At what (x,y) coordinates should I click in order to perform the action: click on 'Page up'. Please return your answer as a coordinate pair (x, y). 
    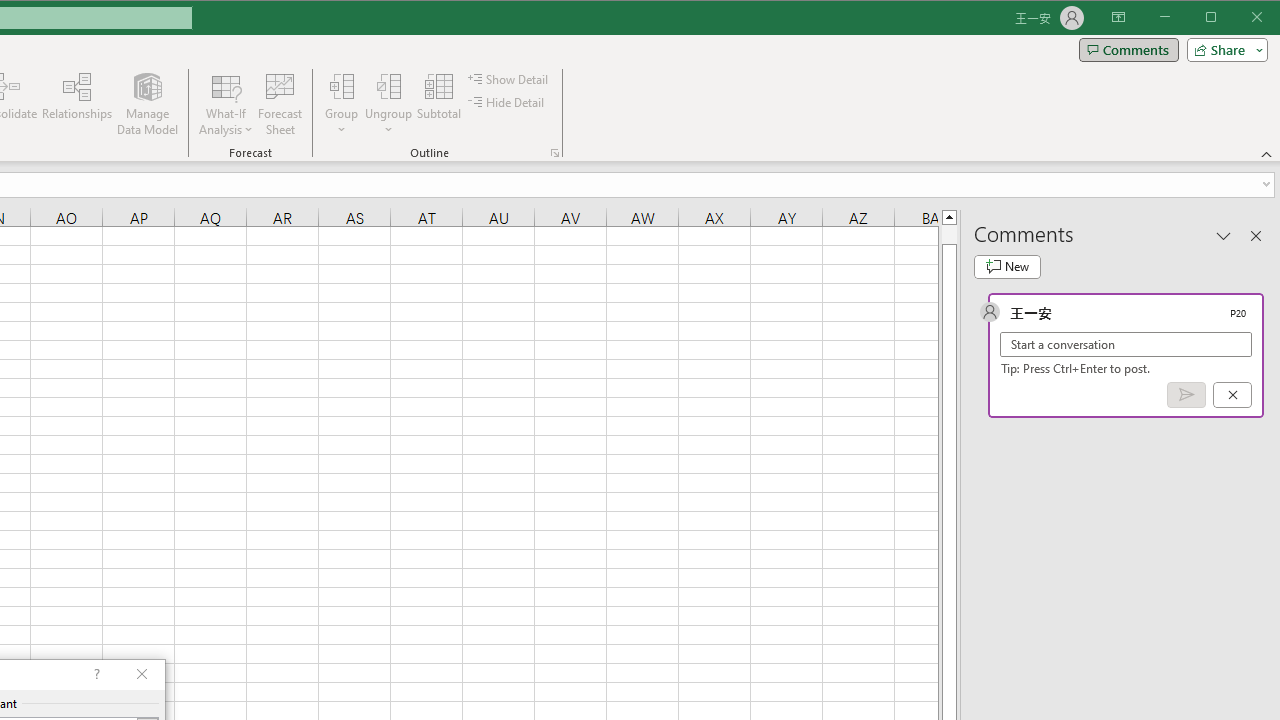
    Looking at the image, I should click on (948, 233).